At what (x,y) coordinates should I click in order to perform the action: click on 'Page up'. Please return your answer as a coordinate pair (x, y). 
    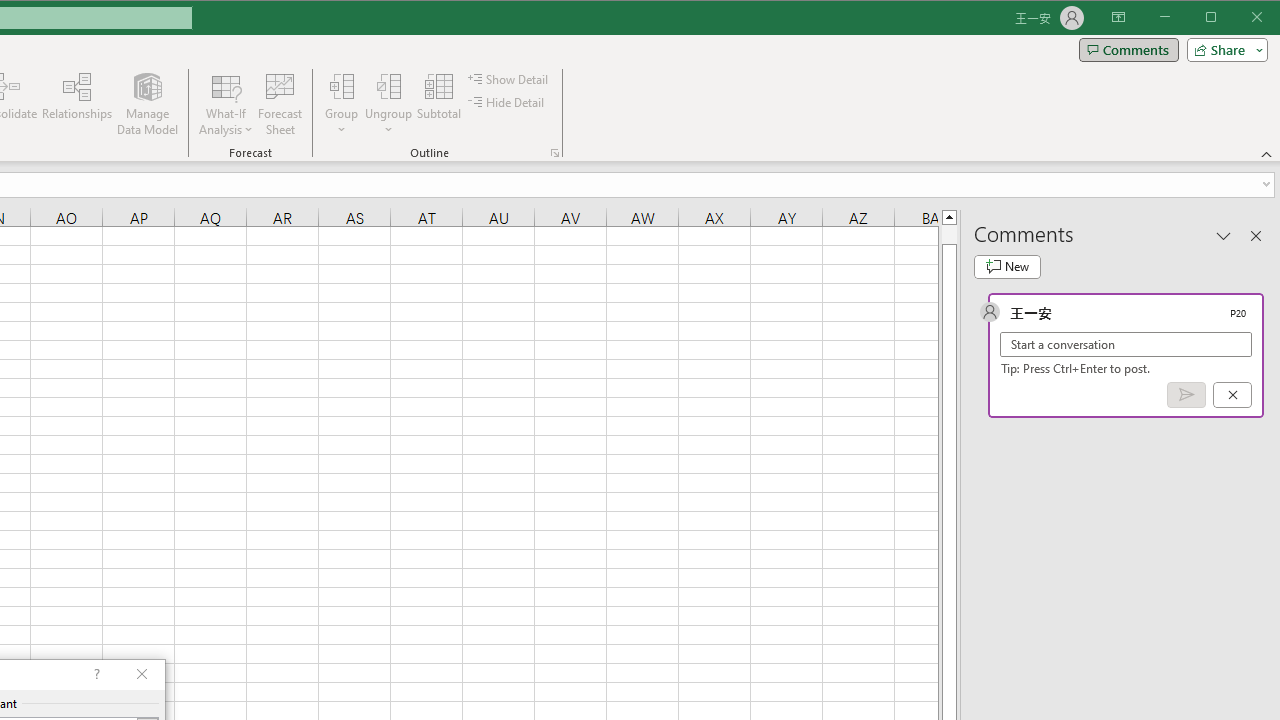
    Looking at the image, I should click on (948, 233).